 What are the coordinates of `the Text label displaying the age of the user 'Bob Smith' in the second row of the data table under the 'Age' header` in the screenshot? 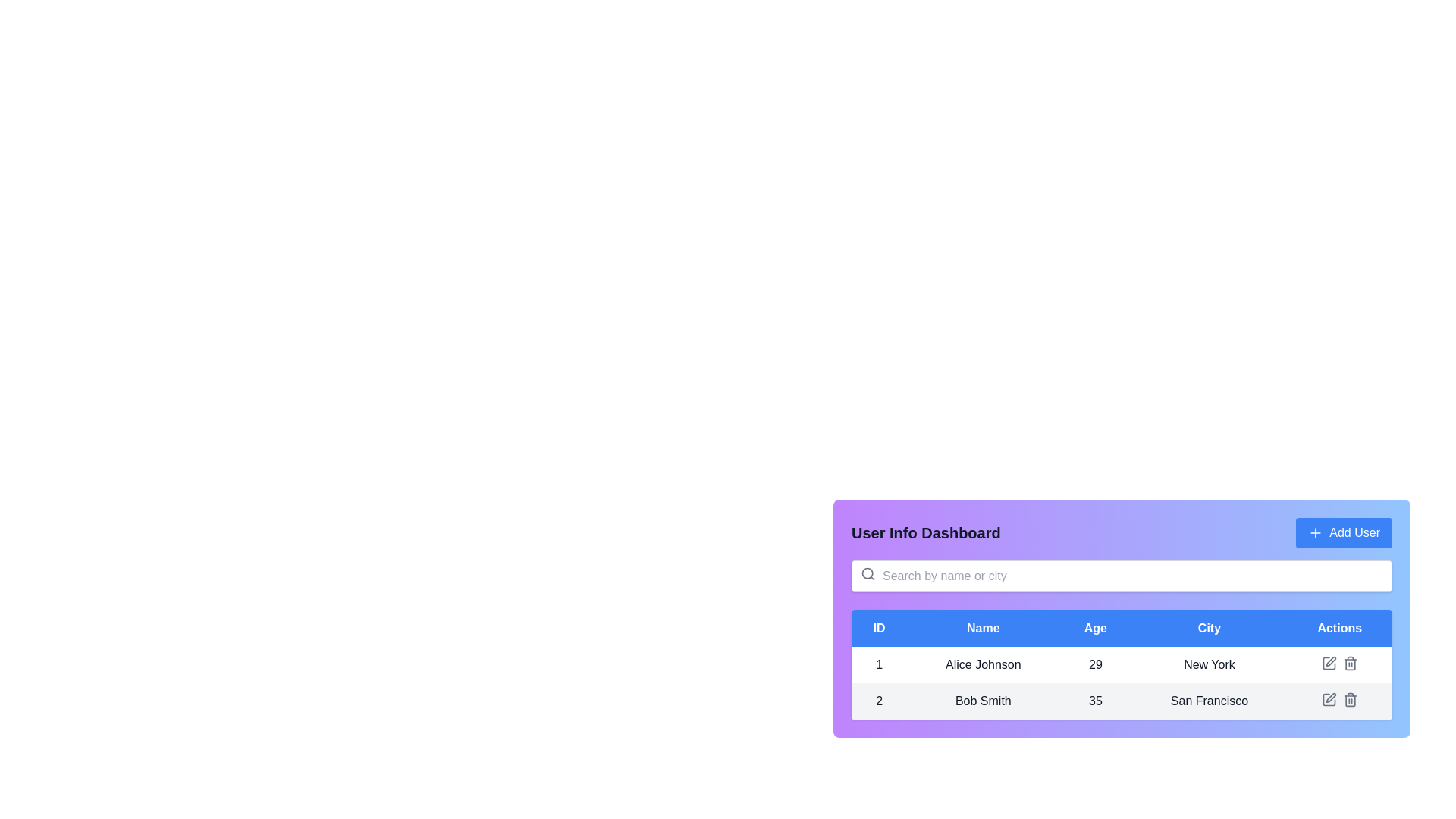 It's located at (1095, 701).